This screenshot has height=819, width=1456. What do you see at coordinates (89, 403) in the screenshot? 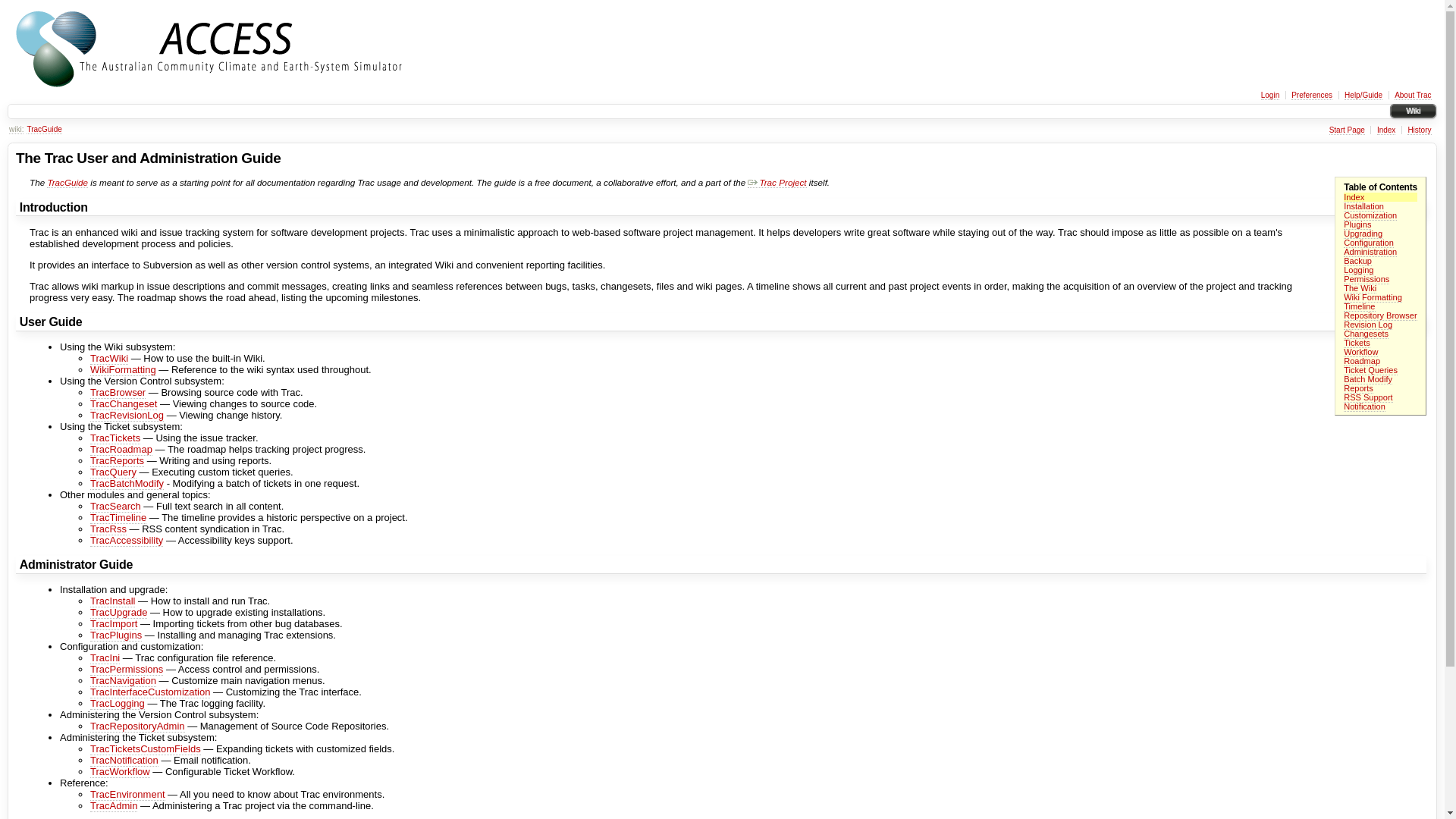
I see `'TracChangeset'` at bounding box center [89, 403].